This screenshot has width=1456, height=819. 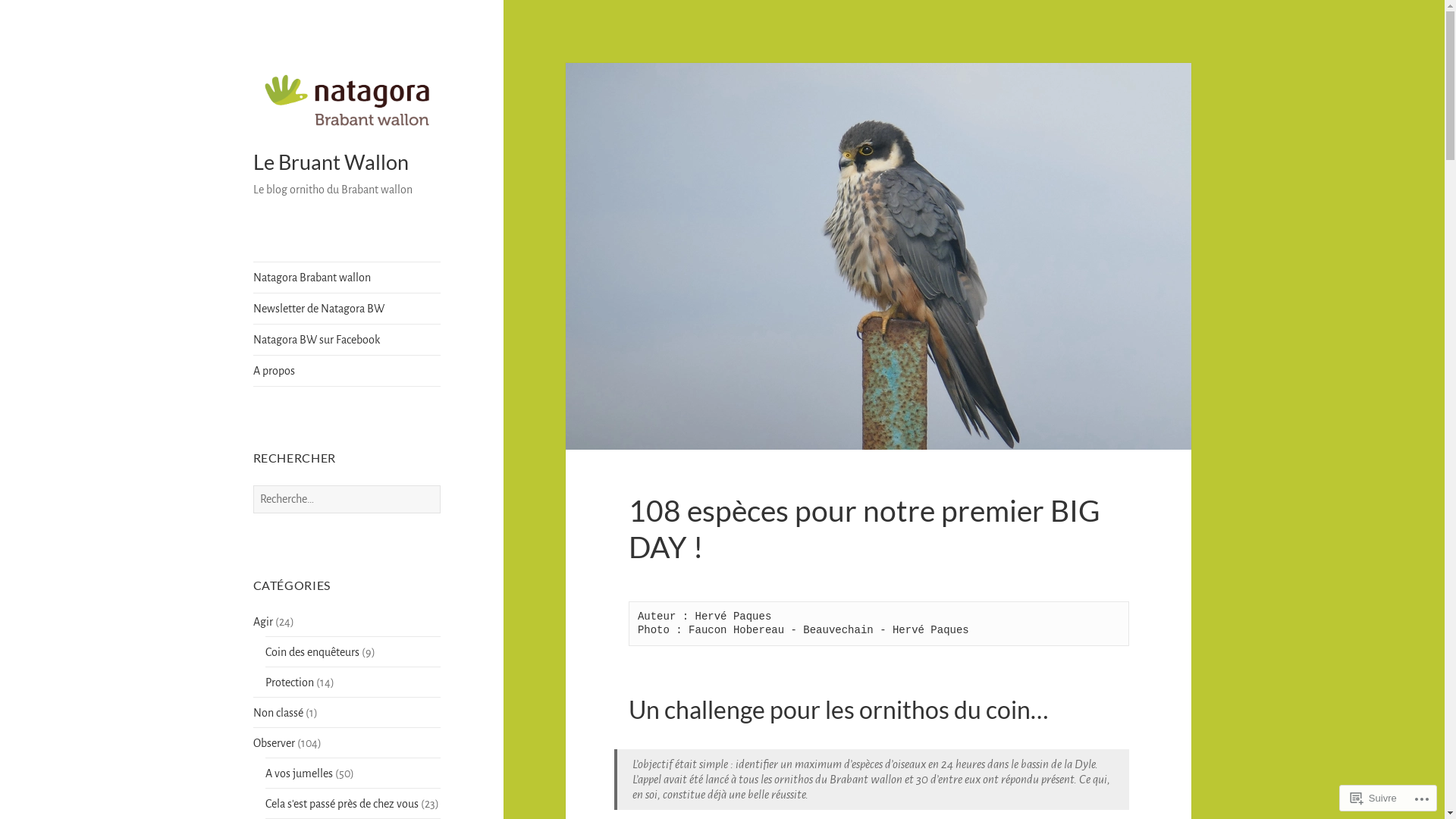 What do you see at coordinates (330, 162) in the screenshot?
I see `'Le Bruant Wallon'` at bounding box center [330, 162].